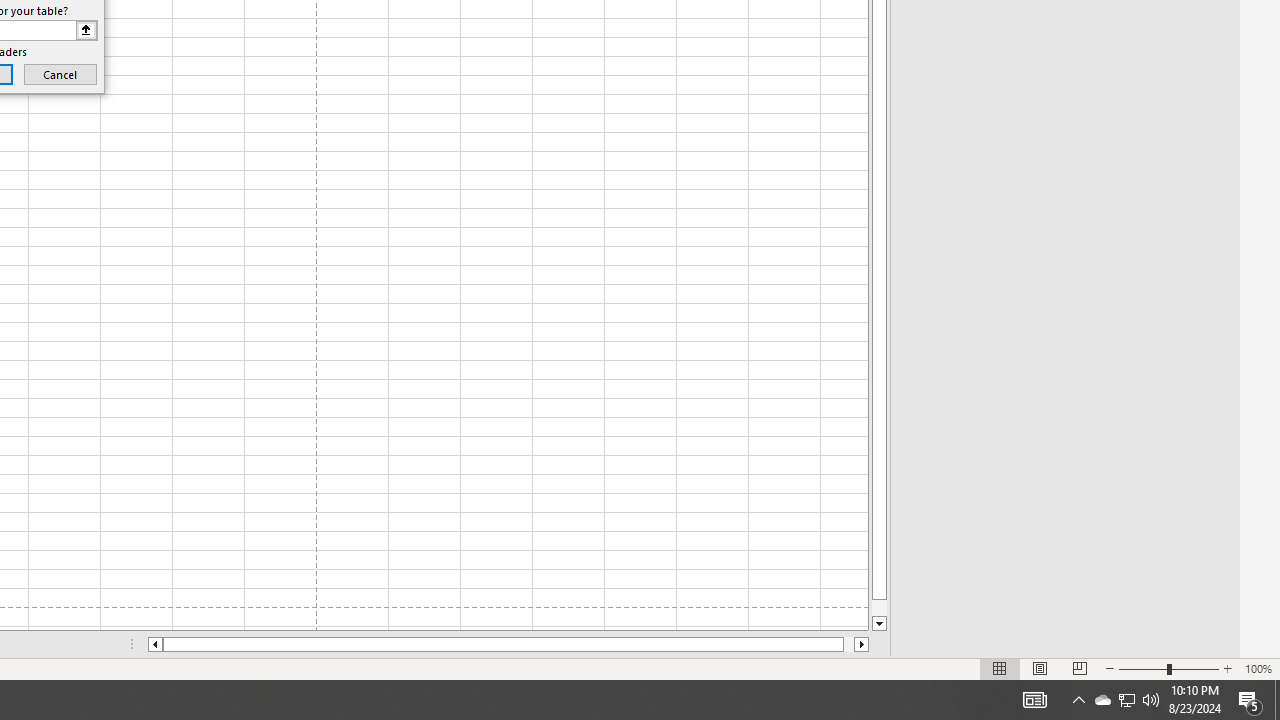 This screenshot has width=1280, height=720. Describe the element at coordinates (879, 607) in the screenshot. I see `'Page down'` at that location.